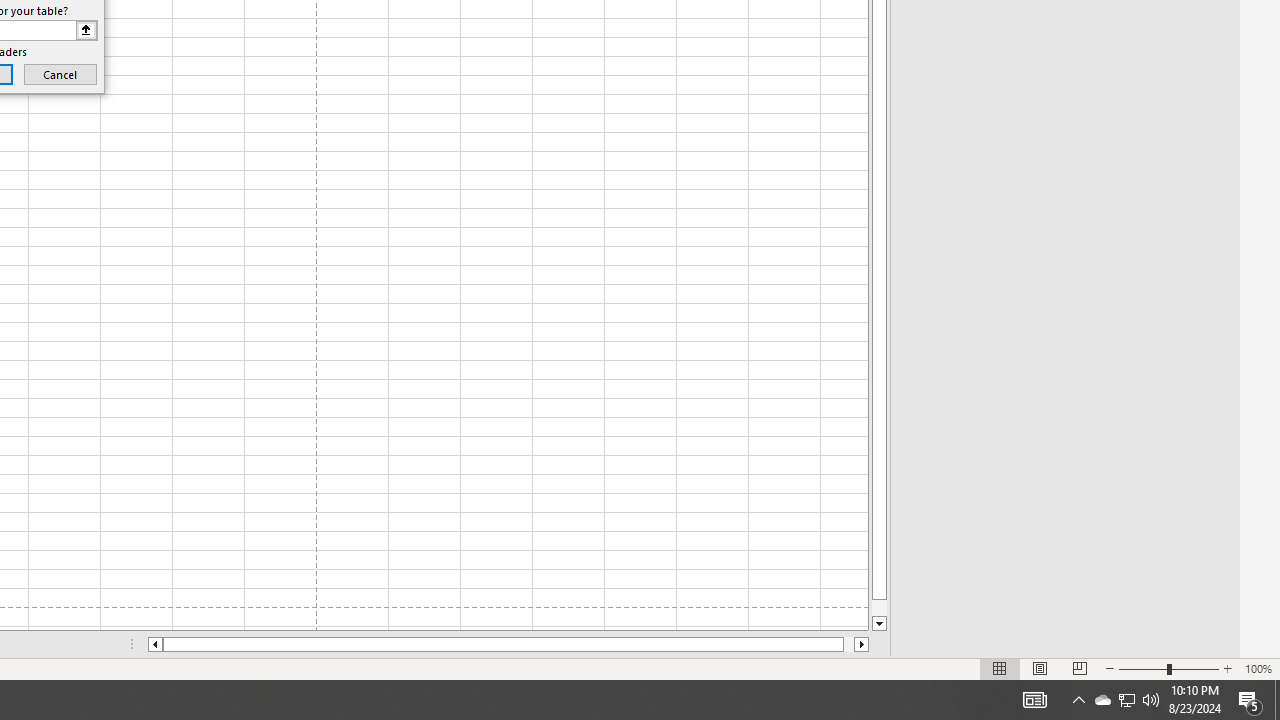 This screenshot has width=1280, height=720. Describe the element at coordinates (879, 607) in the screenshot. I see `'Page down'` at that location.